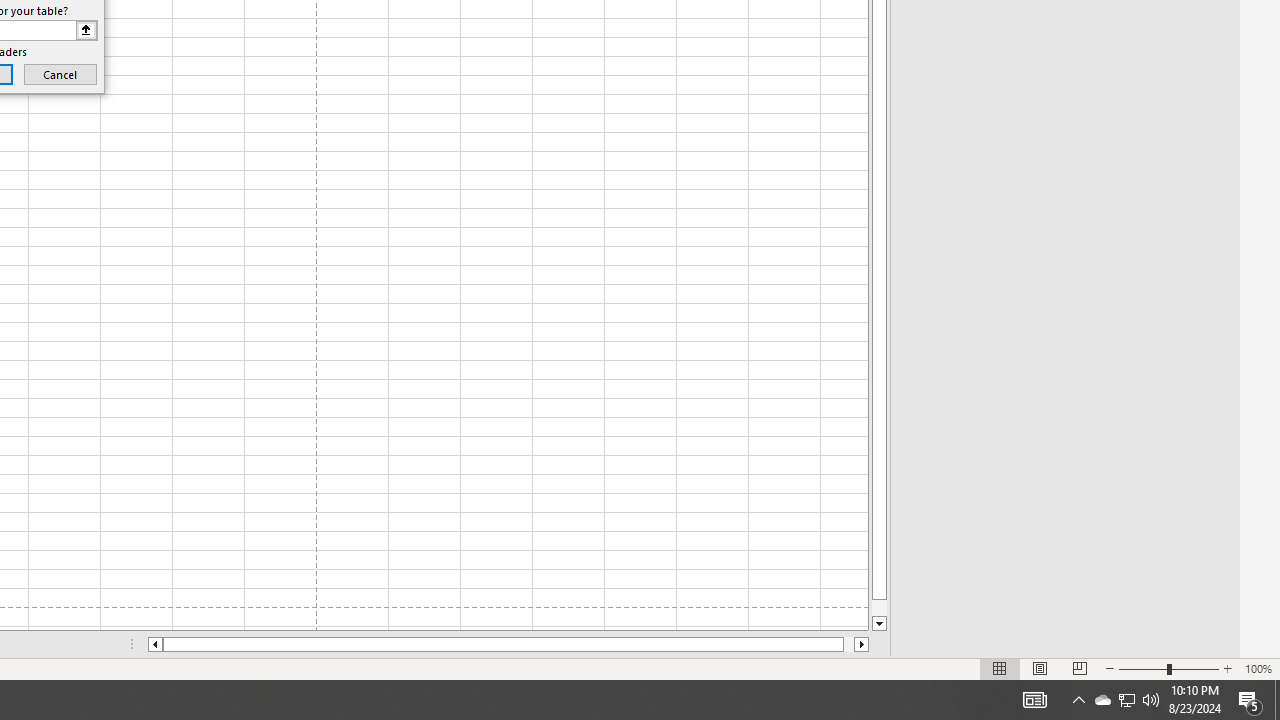 This screenshot has width=1280, height=720. Describe the element at coordinates (879, 607) in the screenshot. I see `'Page down'` at that location.